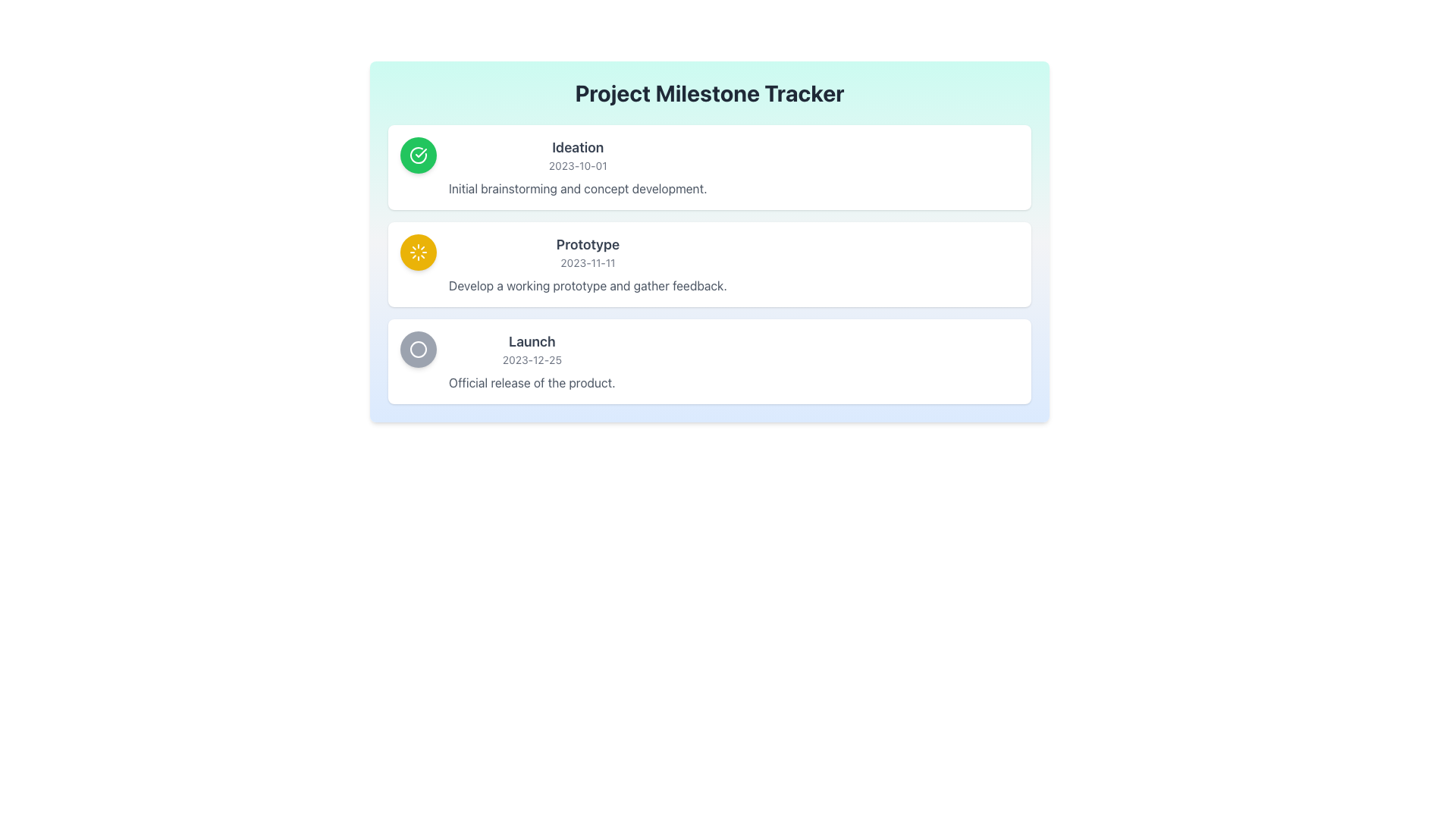  Describe the element at coordinates (587, 286) in the screenshot. I see `the text element that reads 'Develop a working prototype and gather feedback.' which is styled in medium gray and positioned within the 'Prototype' milestone section` at that location.